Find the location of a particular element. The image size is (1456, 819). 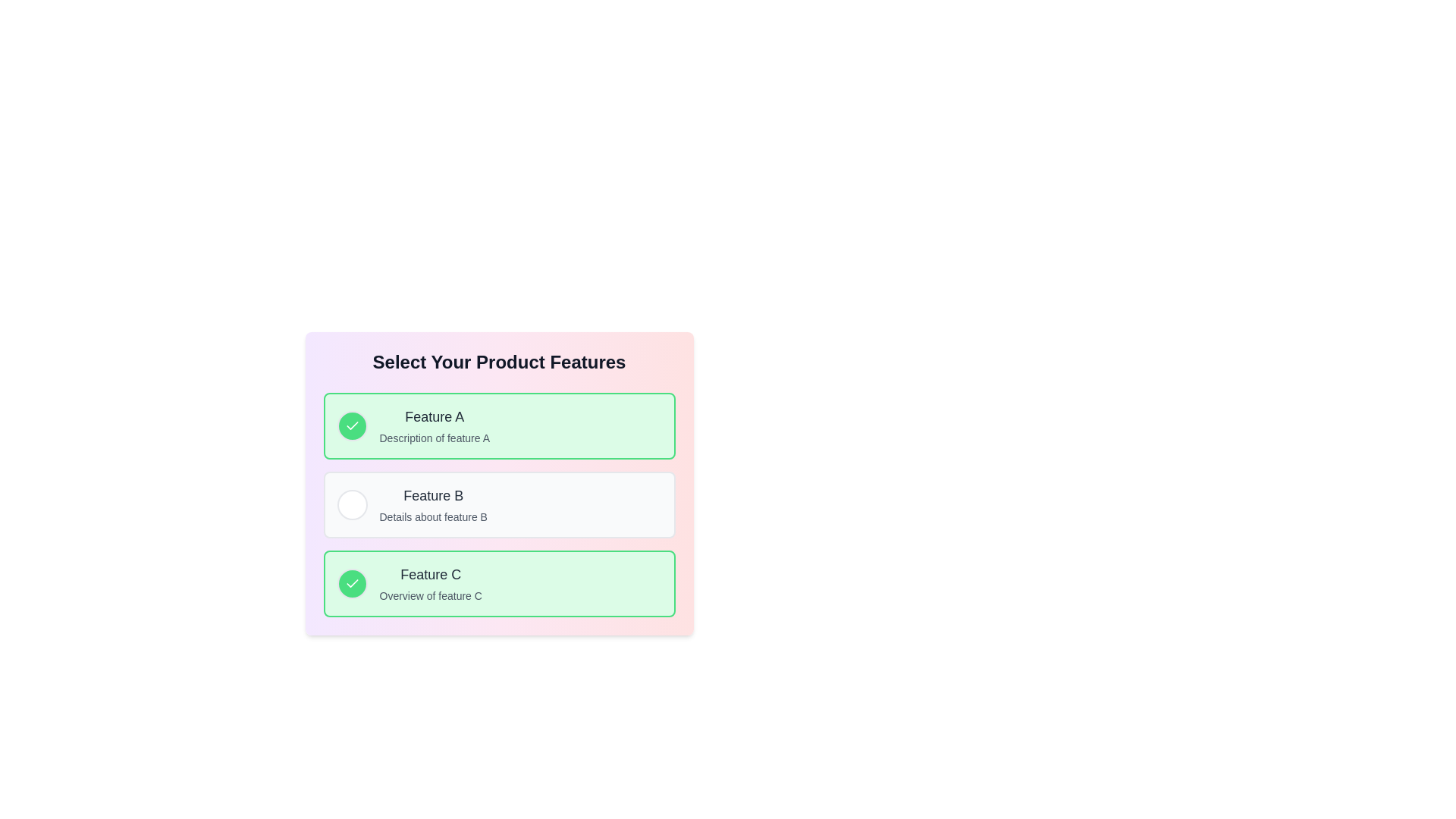

the text label reading 'Description of feature A', which is styled in a small gray font and located directly below the title 'Feature A' is located at coordinates (434, 438).